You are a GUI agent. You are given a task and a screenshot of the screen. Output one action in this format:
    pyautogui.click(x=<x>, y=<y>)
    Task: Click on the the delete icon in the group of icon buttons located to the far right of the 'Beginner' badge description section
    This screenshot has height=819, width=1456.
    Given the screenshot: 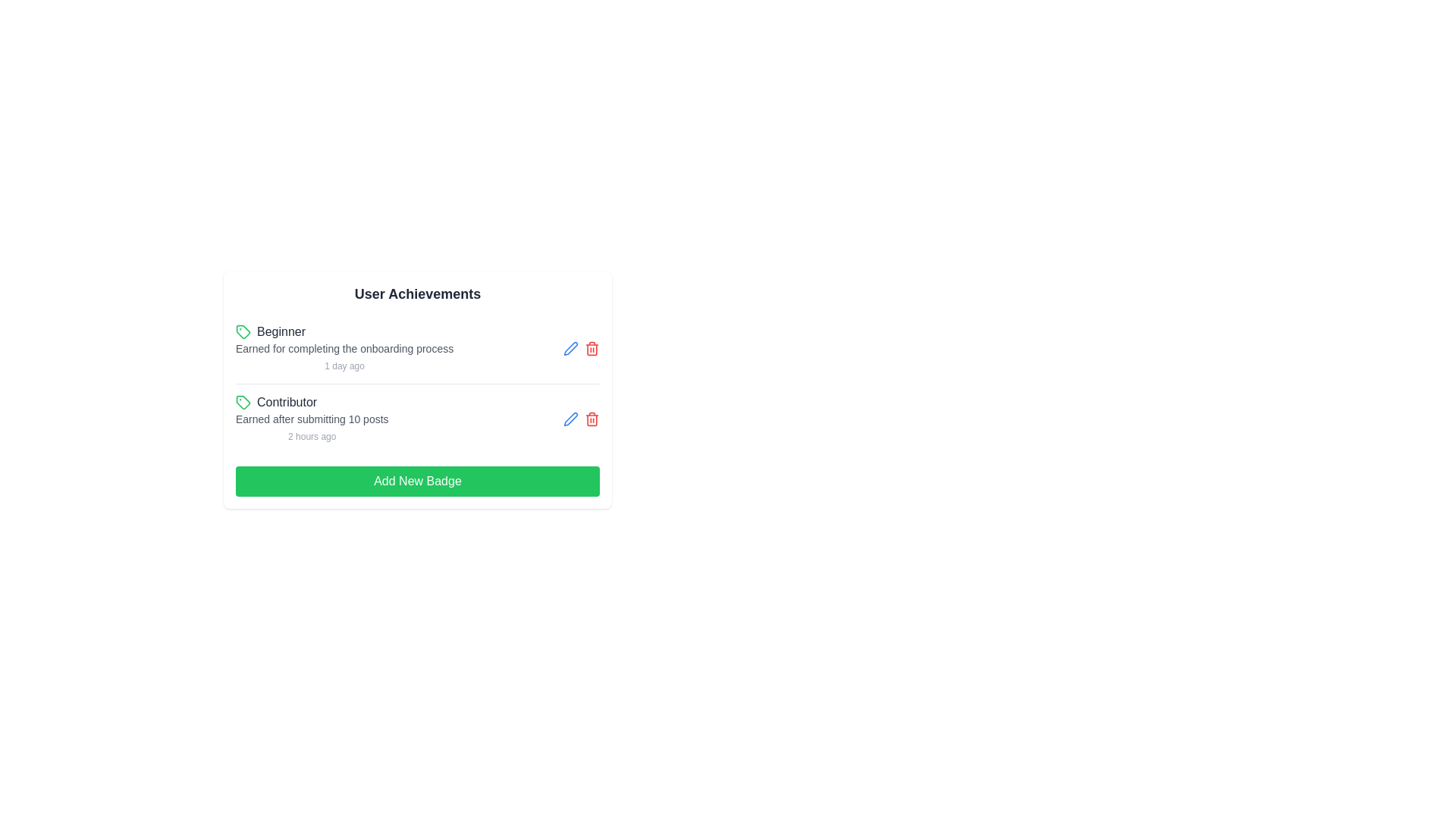 What is the action you would take?
    pyautogui.click(x=581, y=348)
    